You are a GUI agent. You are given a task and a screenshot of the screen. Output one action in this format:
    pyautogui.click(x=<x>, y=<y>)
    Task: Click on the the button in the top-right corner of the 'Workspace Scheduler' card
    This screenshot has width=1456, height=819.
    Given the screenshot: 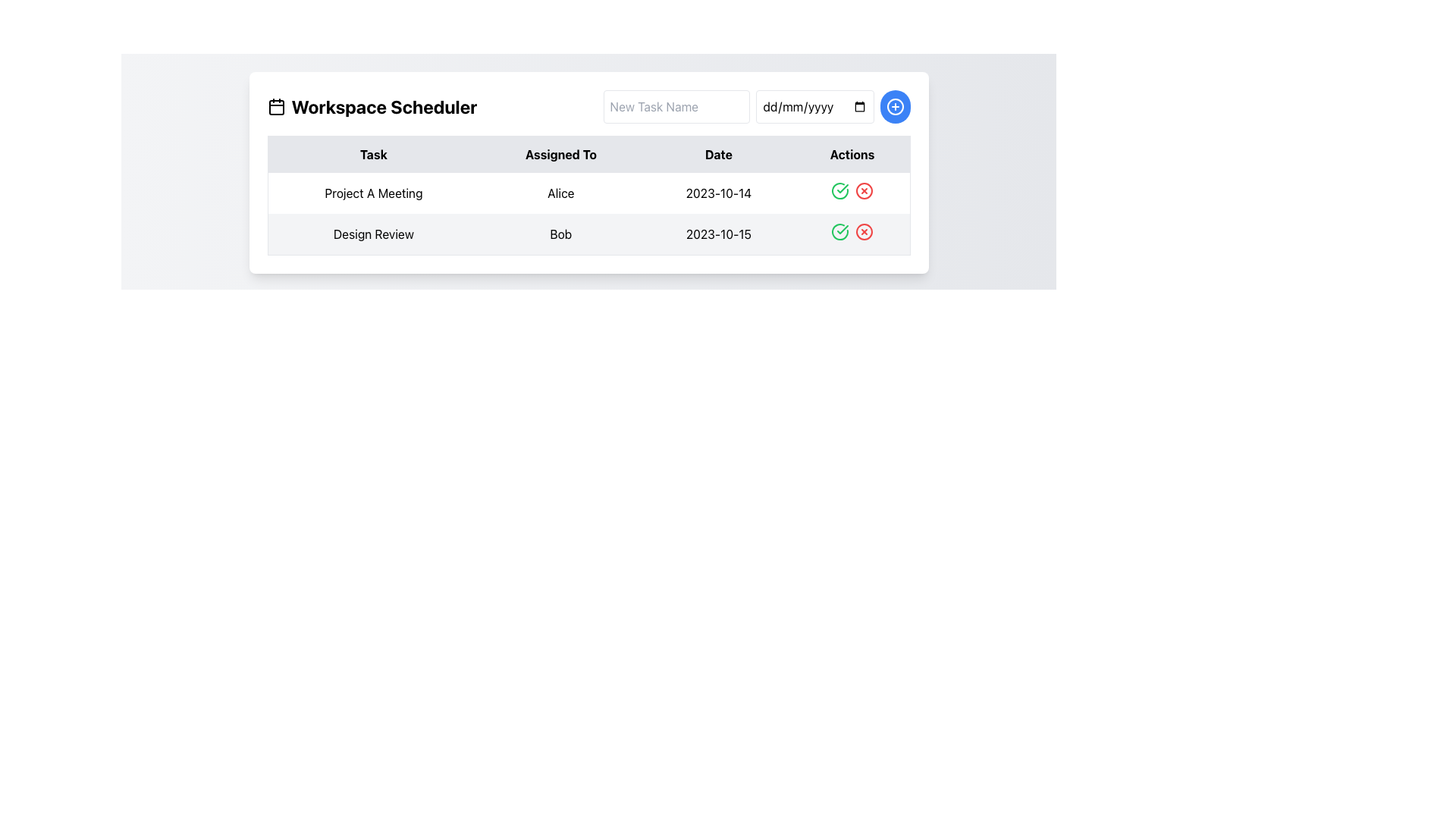 What is the action you would take?
    pyautogui.click(x=895, y=106)
    